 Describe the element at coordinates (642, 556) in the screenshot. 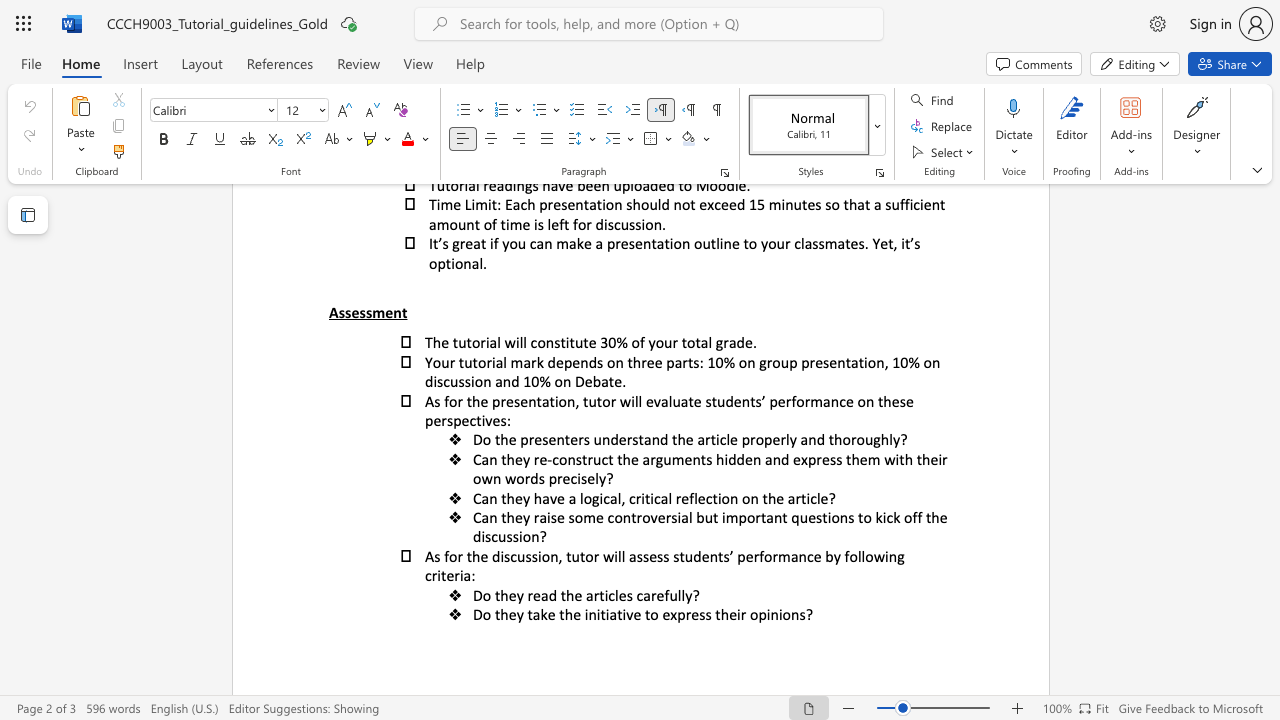

I see `the subset text "sess students’ performance b" within the text "As for the discussion, tutor will assess students’ performance by following criteria:"` at that location.